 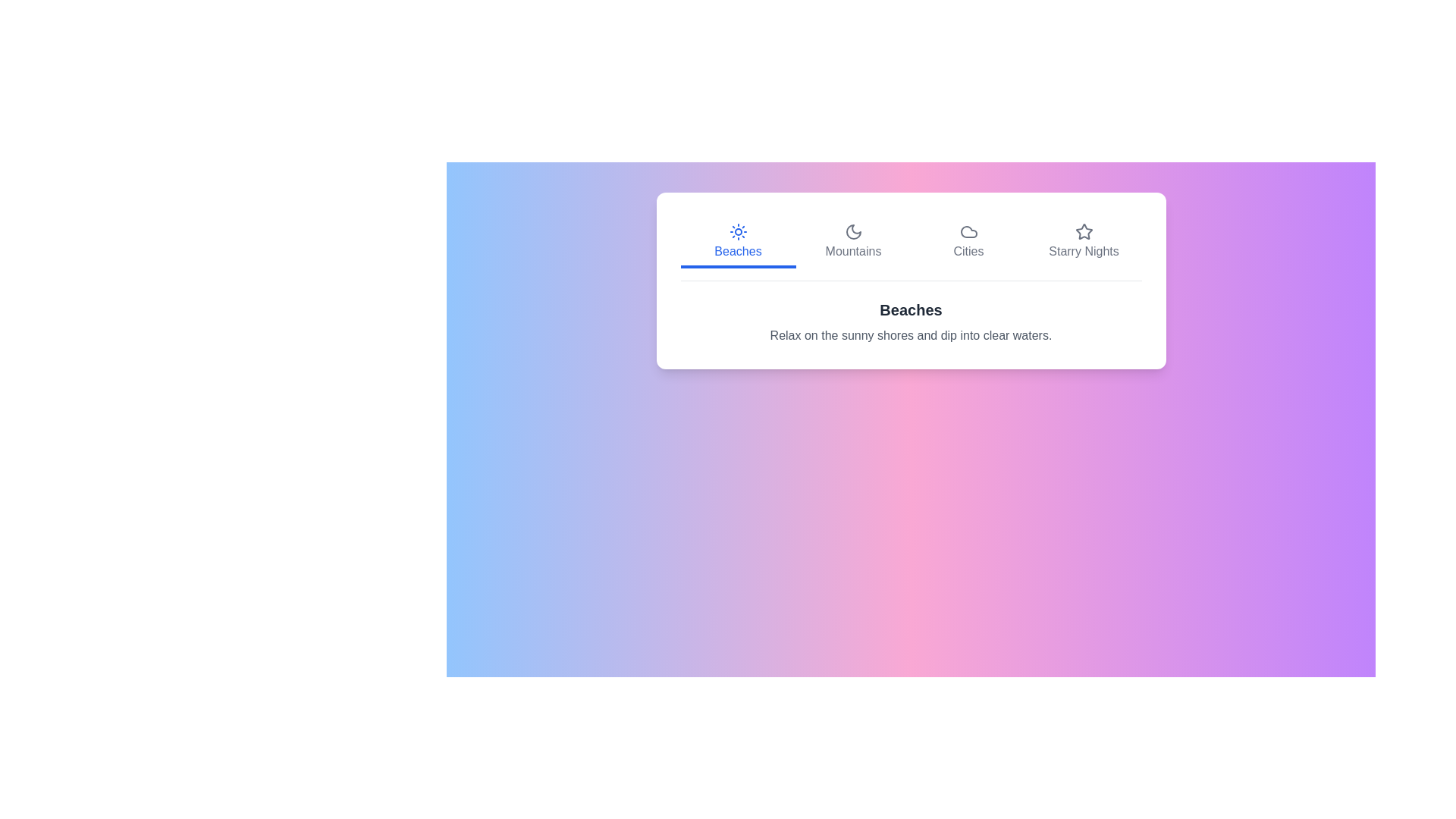 What do you see at coordinates (1083, 242) in the screenshot?
I see `the Starry Nights button to preview its hover effect` at bounding box center [1083, 242].